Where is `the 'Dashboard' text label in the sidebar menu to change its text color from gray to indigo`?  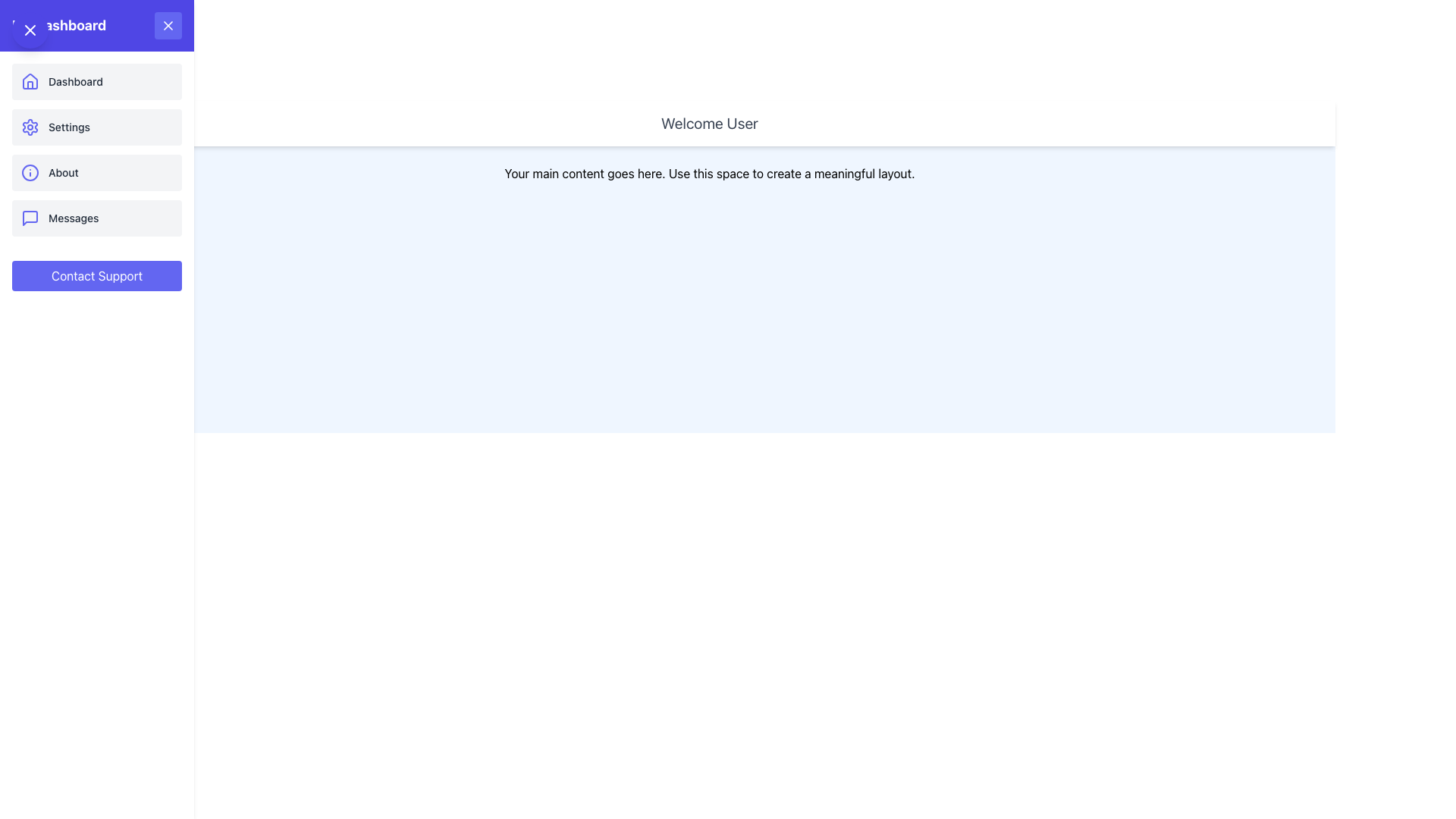
the 'Dashboard' text label in the sidebar menu to change its text color from gray to indigo is located at coordinates (75, 82).